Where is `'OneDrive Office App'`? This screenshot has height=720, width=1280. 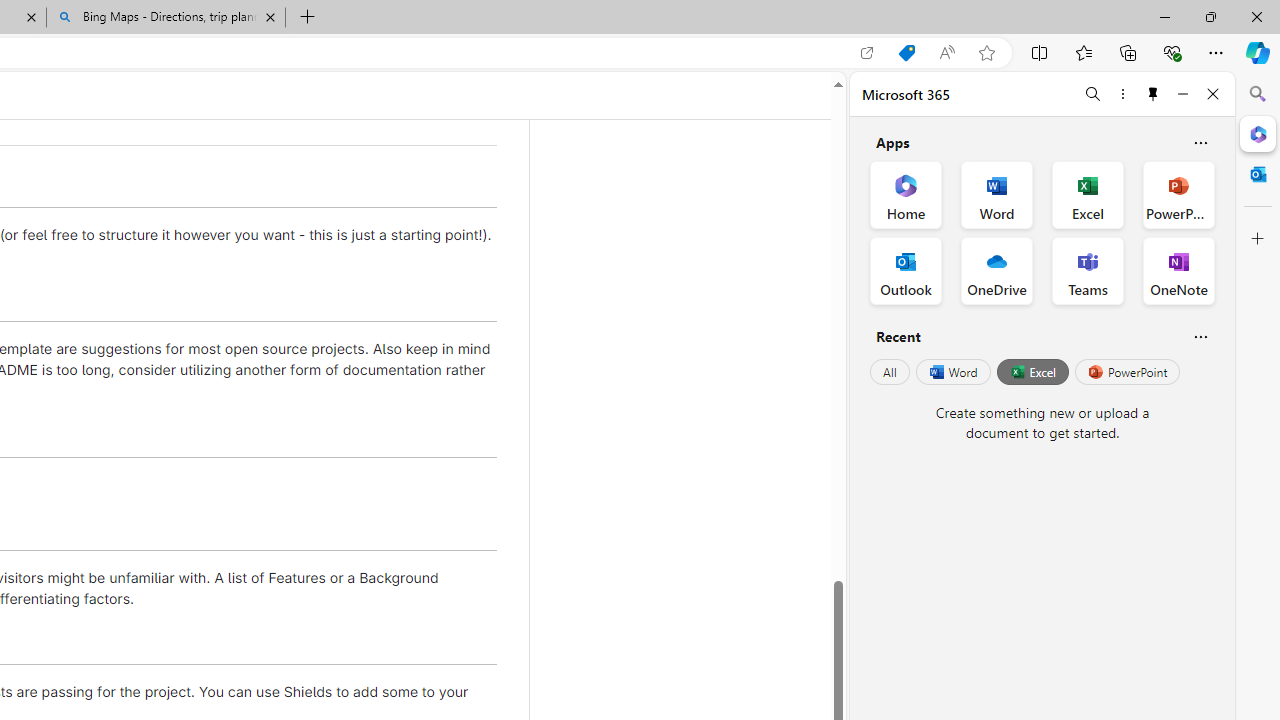 'OneDrive Office App' is located at coordinates (997, 271).